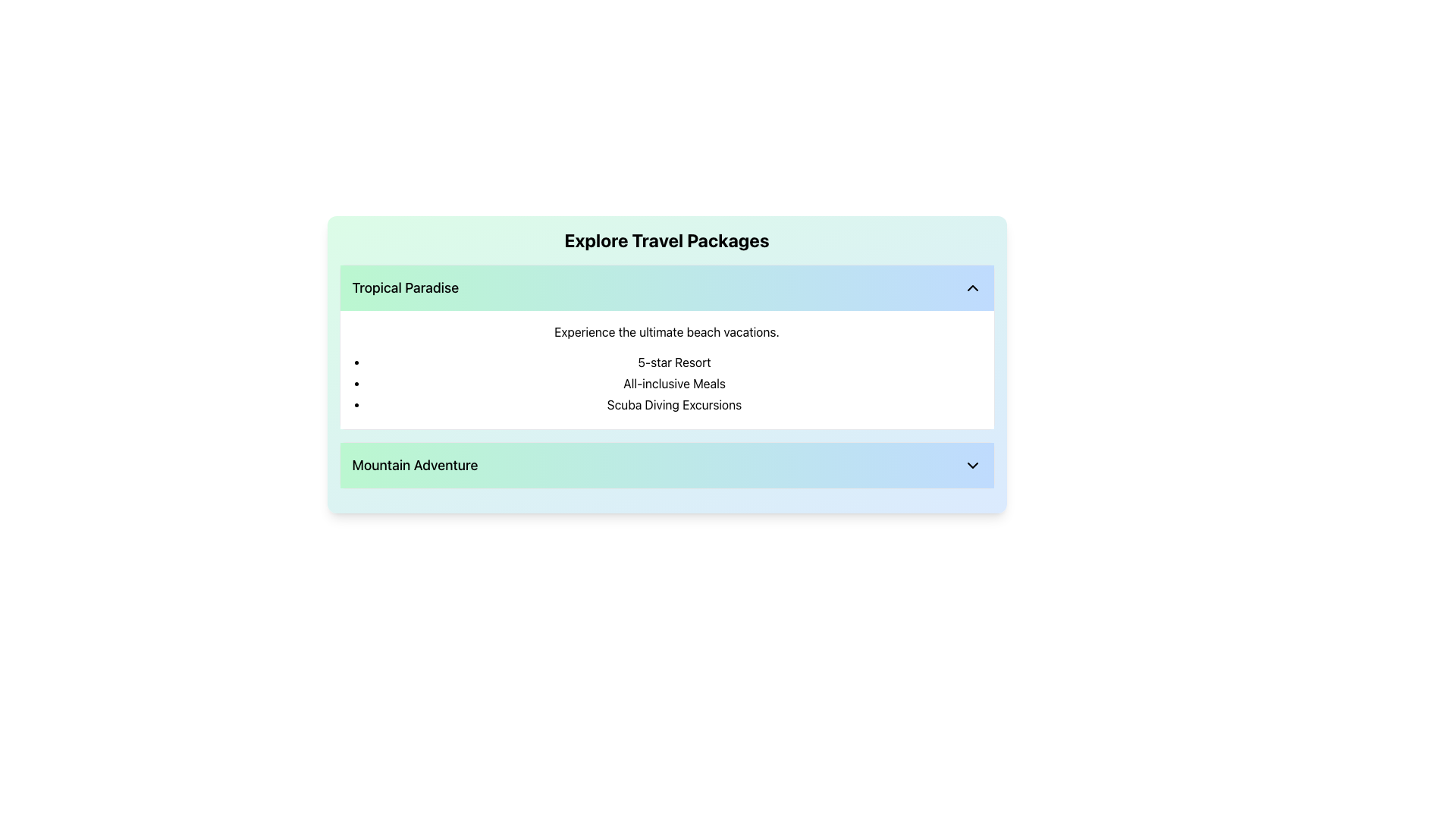 The width and height of the screenshot is (1456, 819). Describe the element at coordinates (673, 403) in the screenshot. I see `the informational static text element that provides details about the travel package, located below 'Explore Travel Packages' and above 'Mountain Adventure.'` at that location.